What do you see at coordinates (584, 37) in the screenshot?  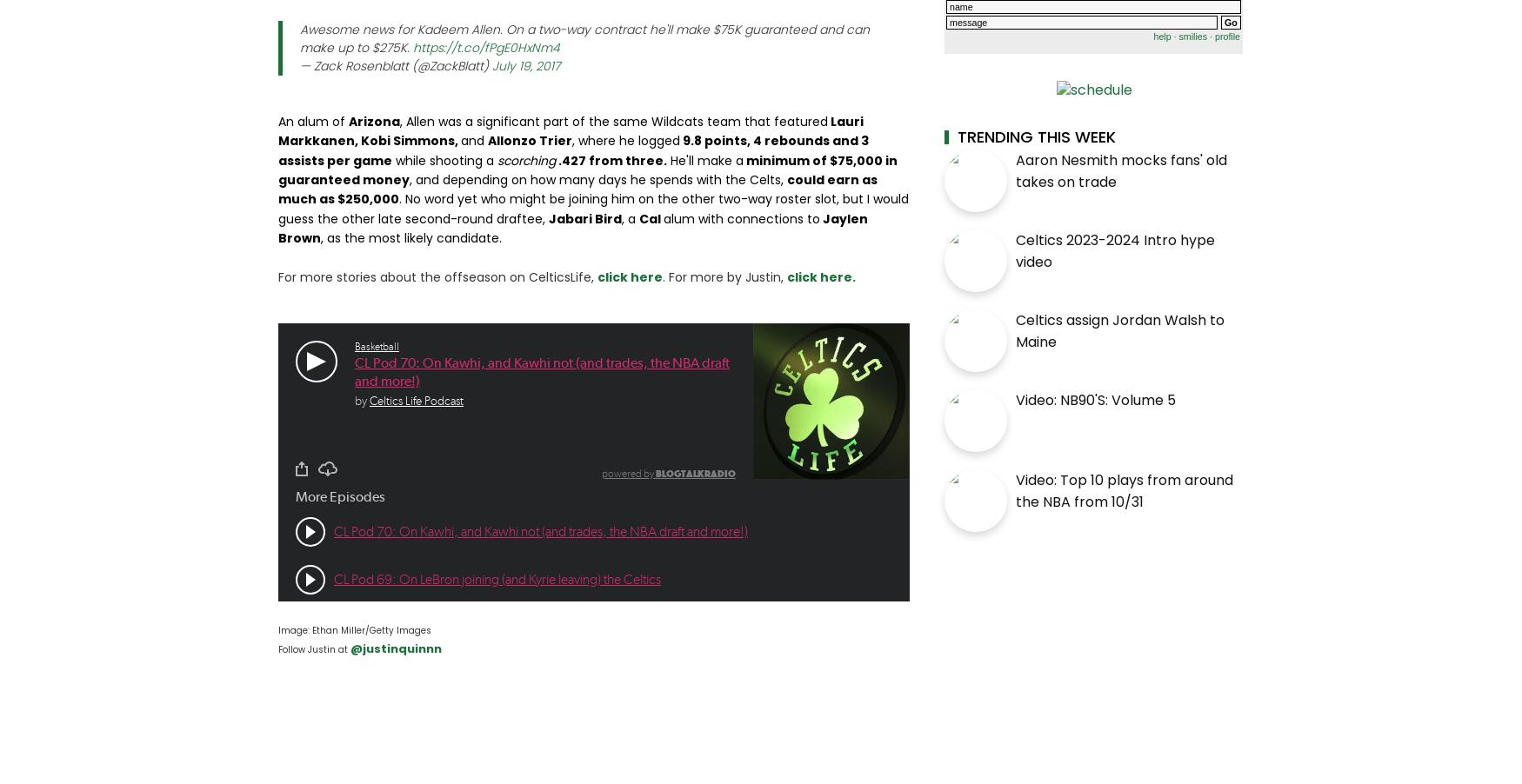 I see `'Awesome news for Kadeem Allen. On a two-way contract he'll make $75K guaranteed and can make up to $275K.'` at bounding box center [584, 37].